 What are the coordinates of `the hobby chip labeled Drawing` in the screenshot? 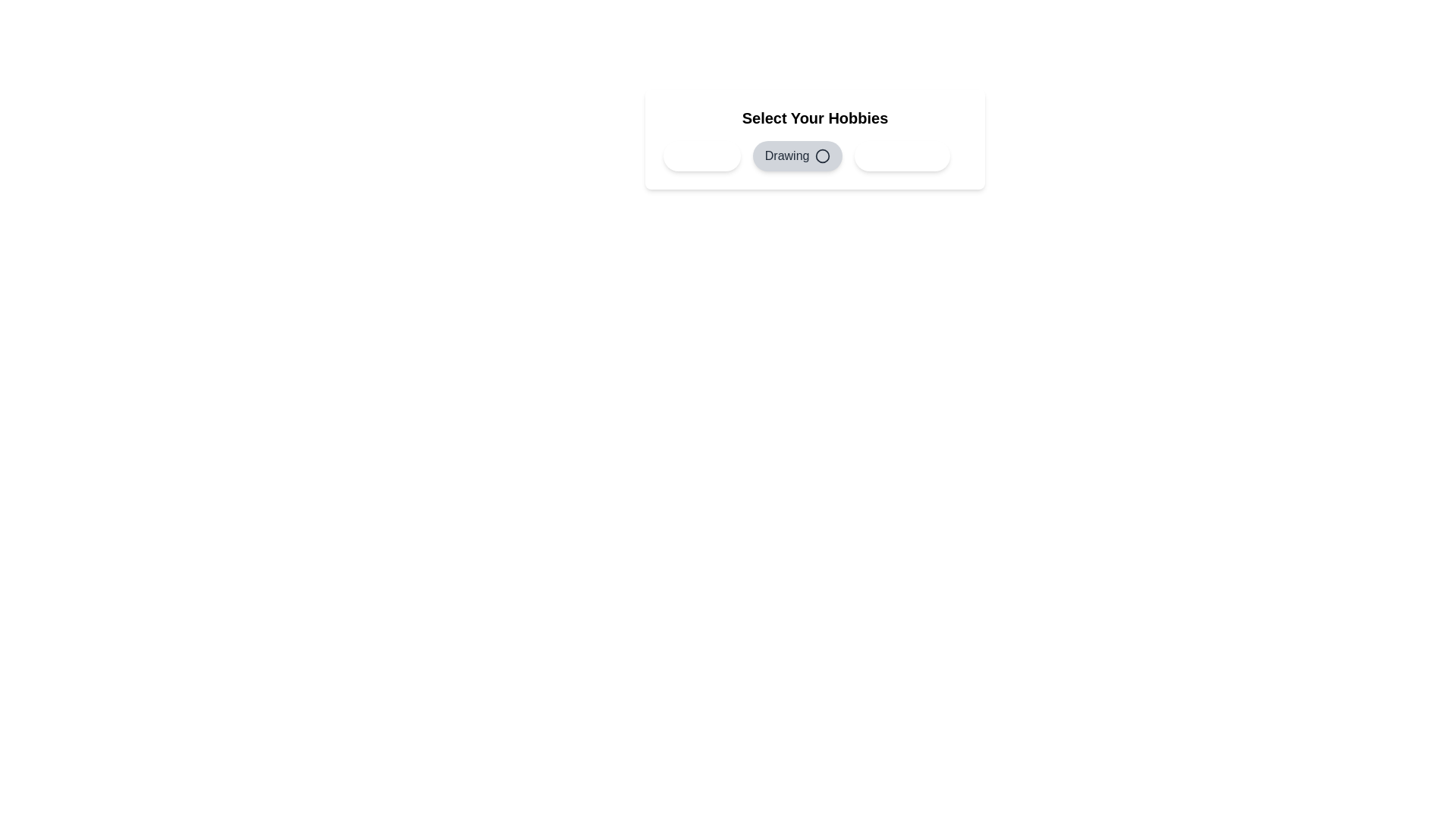 It's located at (797, 155).